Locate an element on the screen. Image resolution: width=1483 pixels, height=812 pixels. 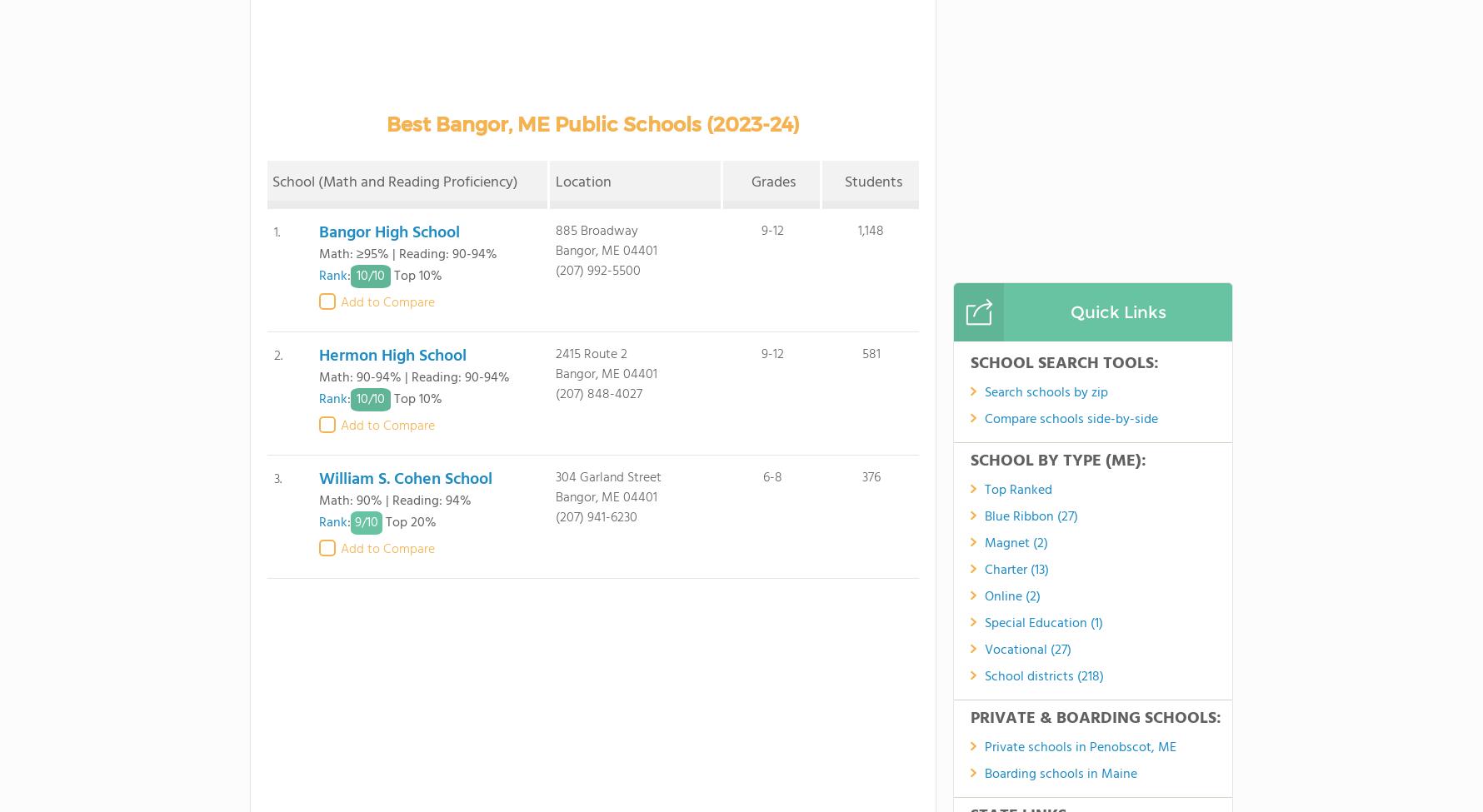
'School Member Area' is located at coordinates (1039, 716).